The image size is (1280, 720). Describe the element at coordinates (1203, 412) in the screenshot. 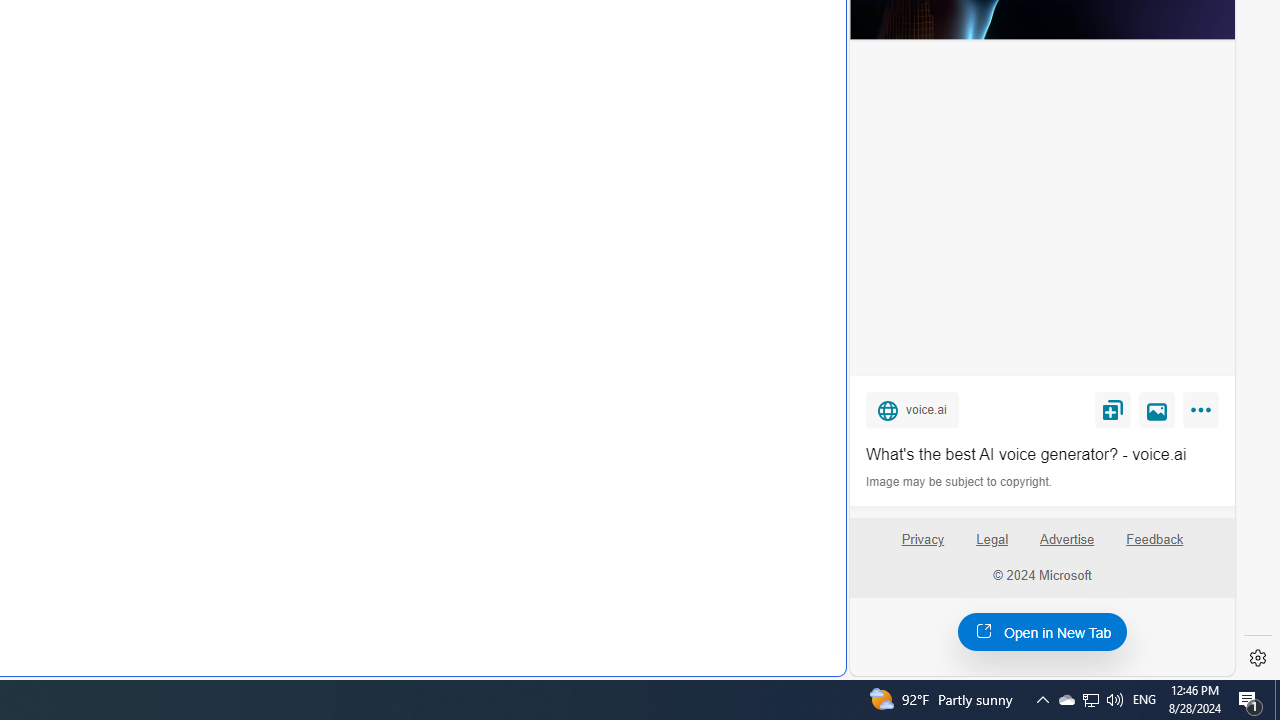

I see `'More'` at that location.